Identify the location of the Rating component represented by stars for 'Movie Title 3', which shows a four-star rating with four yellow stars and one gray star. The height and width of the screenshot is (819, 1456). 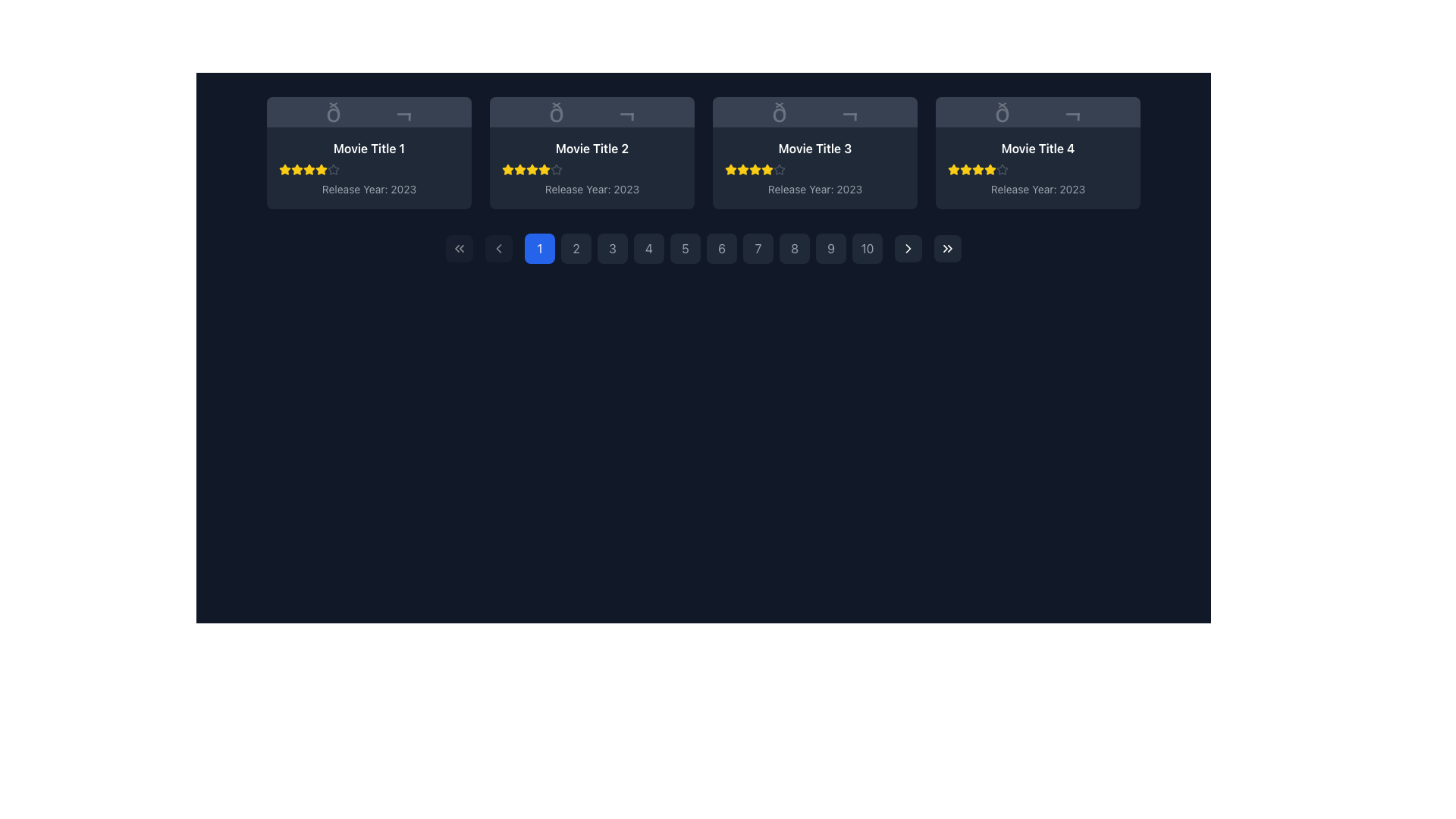
(814, 169).